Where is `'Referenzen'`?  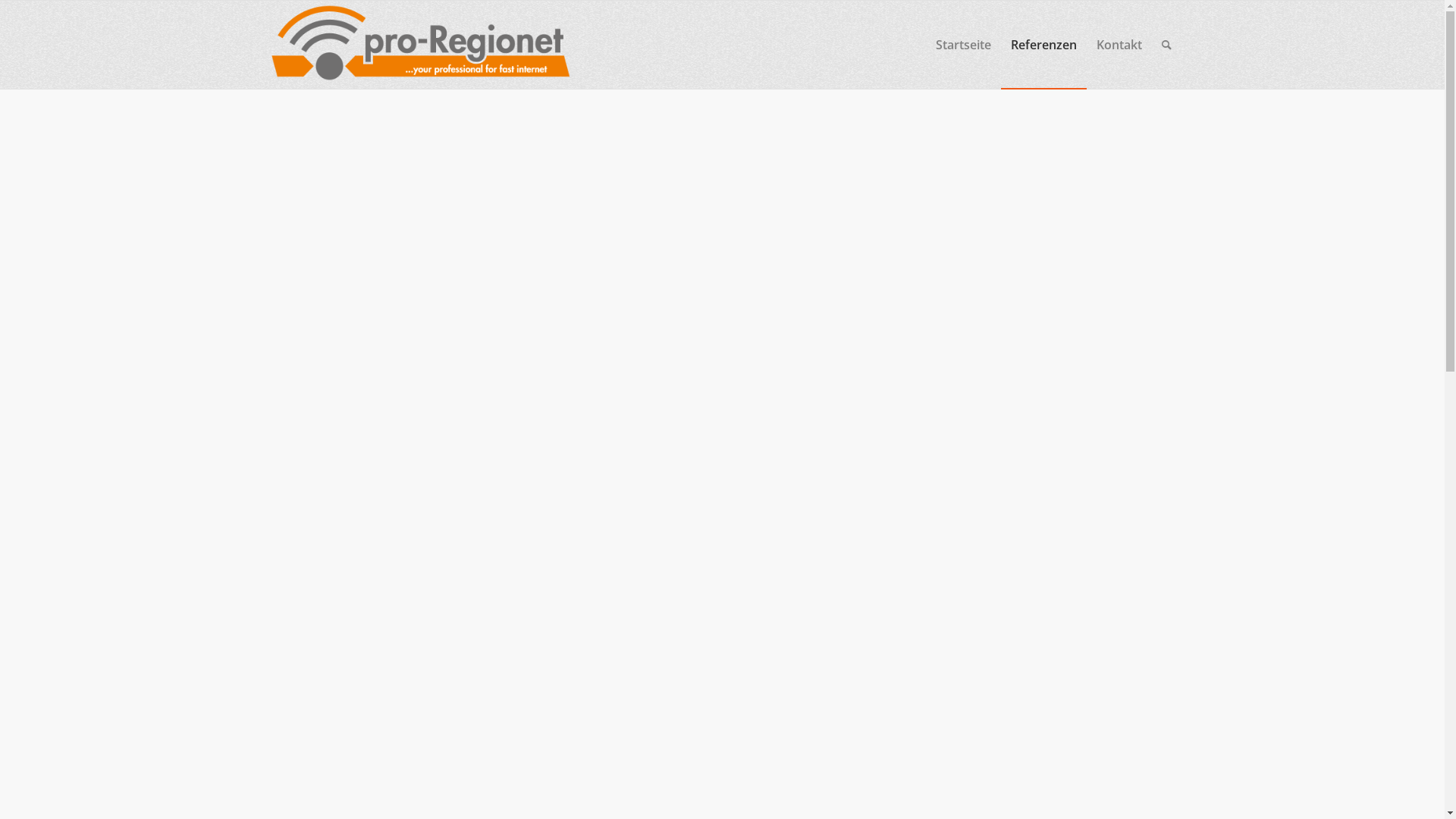 'Referenzen' is located at coordinates (1043, 43).